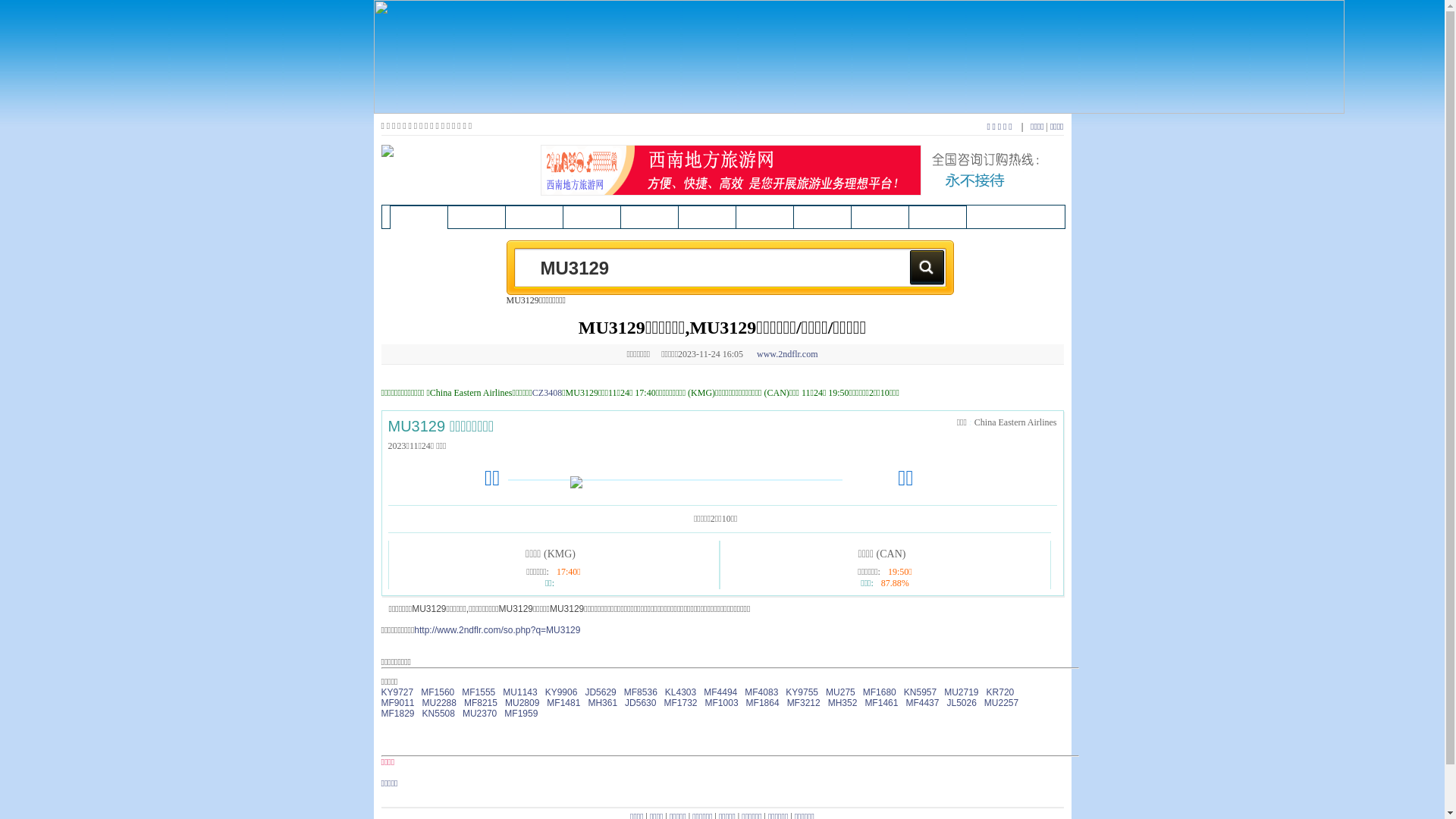 The width and height of the screenshot is (1456, 819). What do you see at coordinates (479, 714) in the screenshot?
I see `'MU2370'` at bounding box center [479, 714].